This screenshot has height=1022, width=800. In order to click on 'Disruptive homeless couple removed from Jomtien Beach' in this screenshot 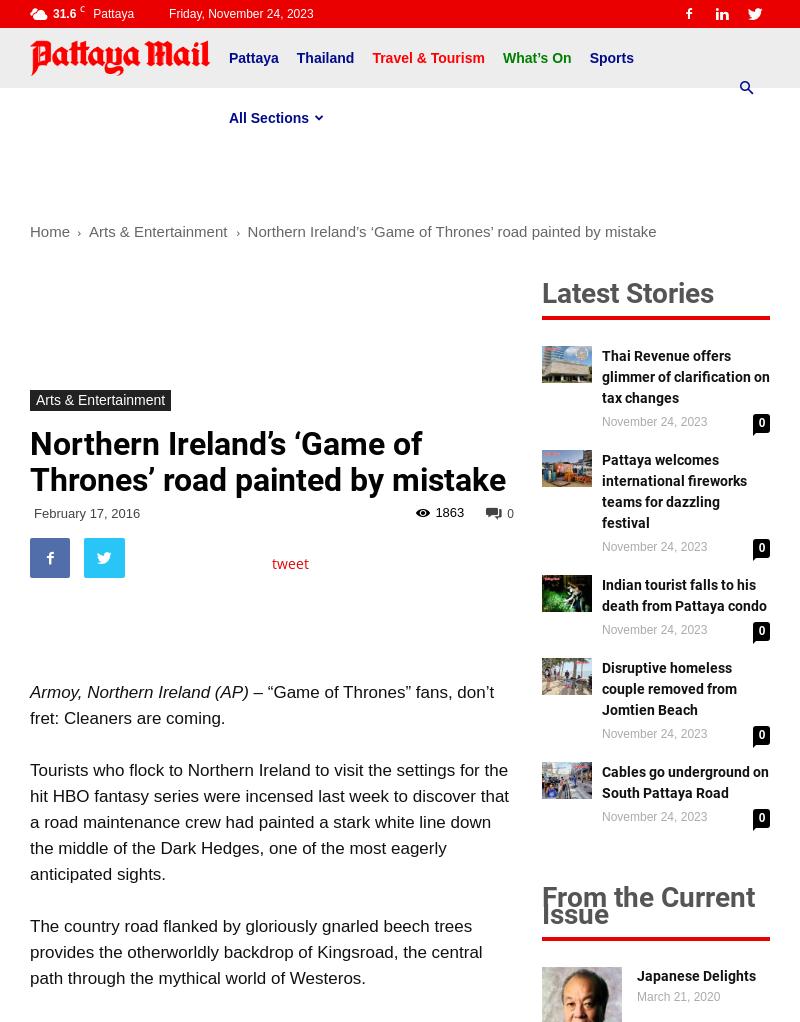, I will do `click(669, 688)`.